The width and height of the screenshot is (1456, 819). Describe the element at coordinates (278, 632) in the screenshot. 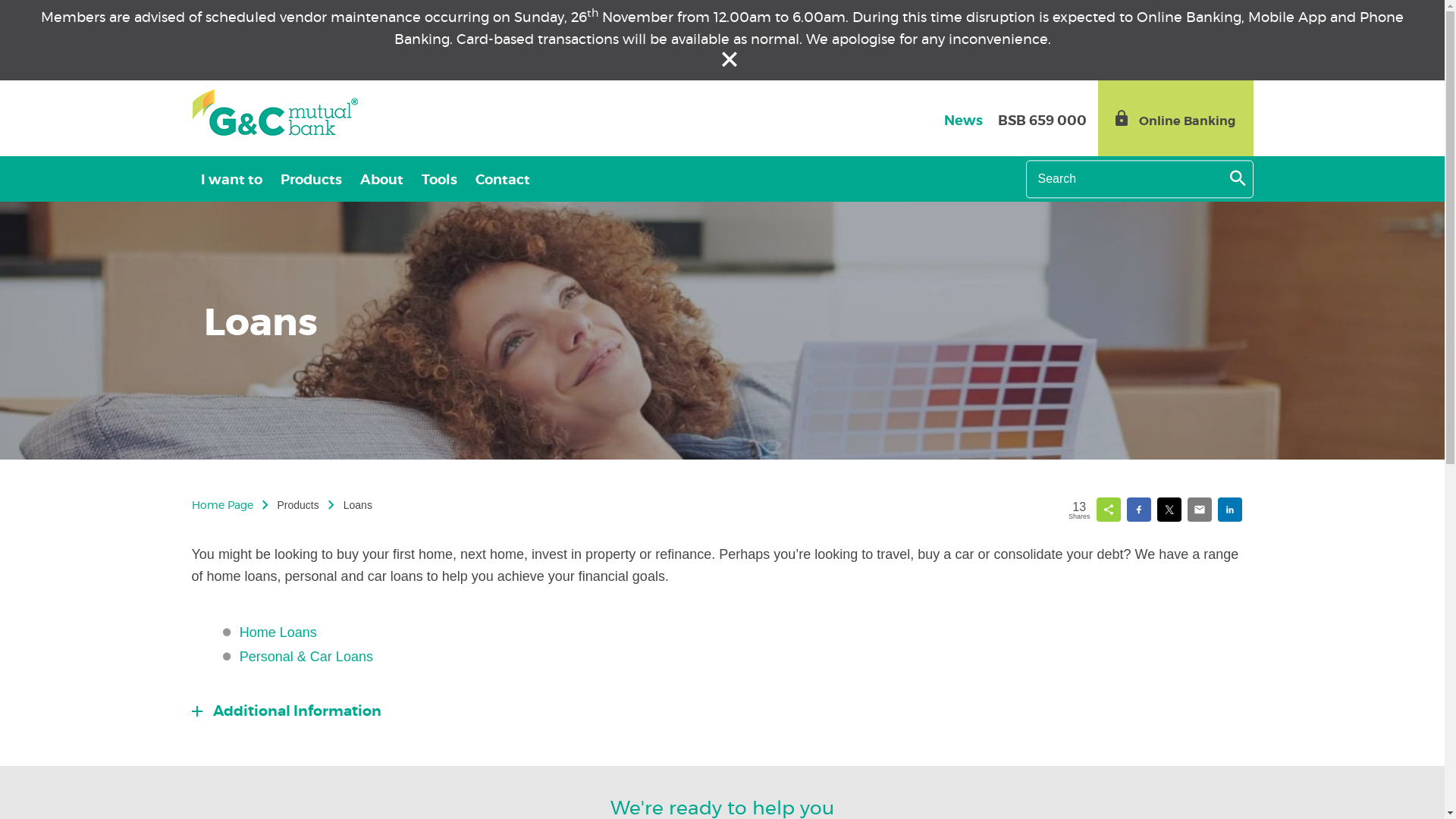

I see `'Home Loans'` at that location.